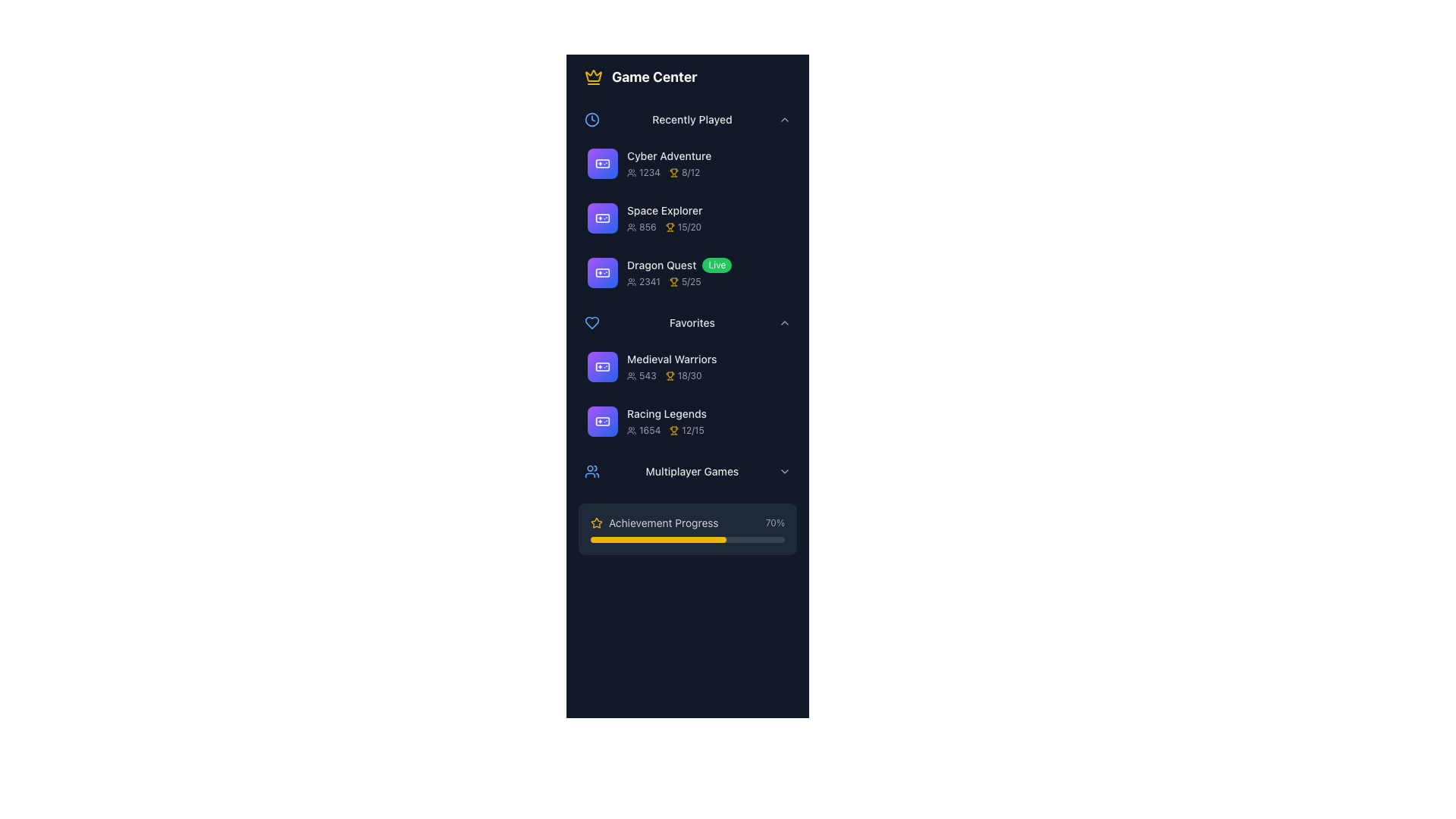 Image resolution: width=1456 pixels, height=819 pixels. Describe the element at coordinates (687, 119) in the screenshot. I see `the Collapsible Section Header that organizes and toggles the visibility of the 'Recently Played' section in the 'Game Center' menu for a highlight effect` at that location.